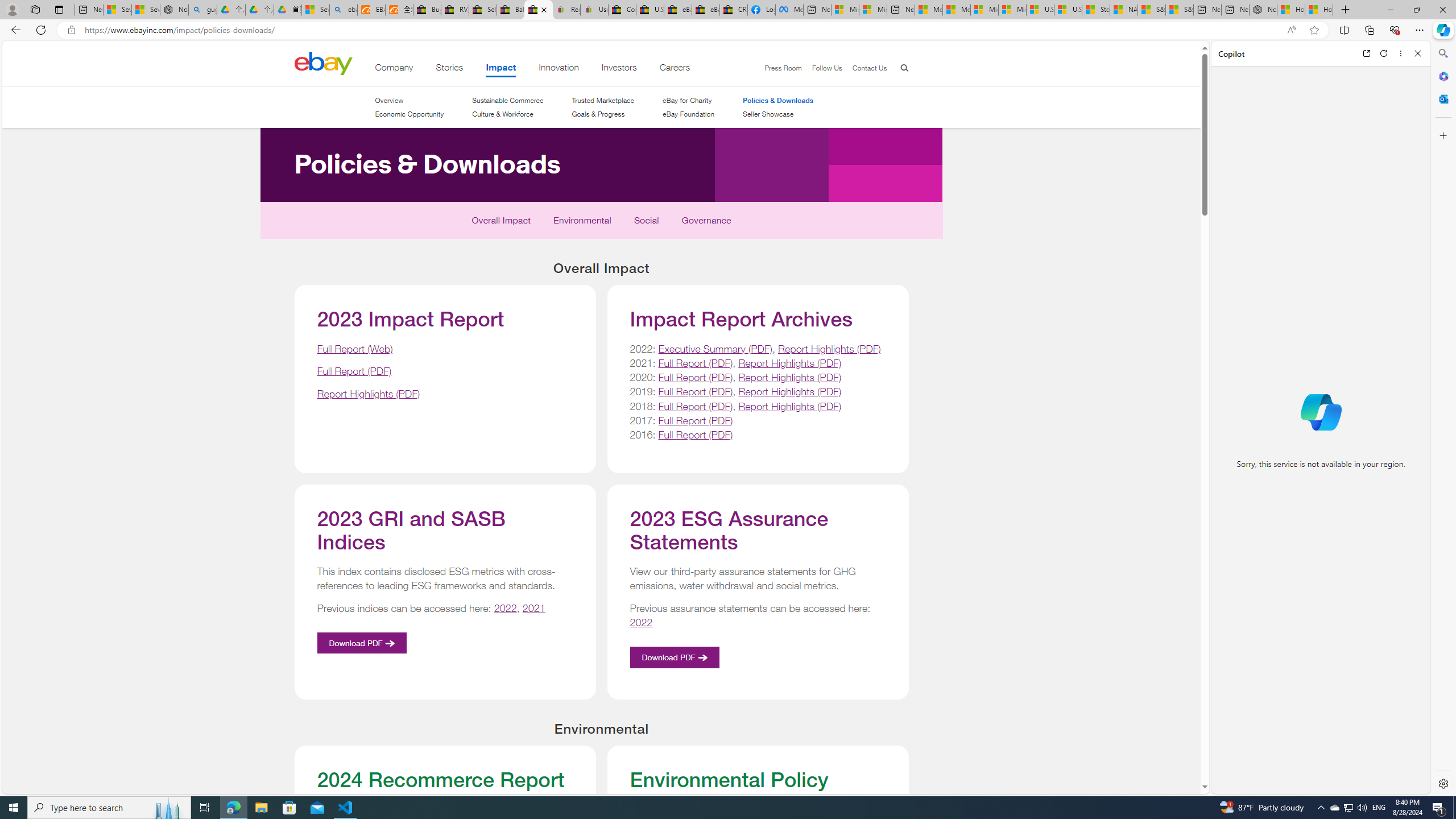  Describe the element at coordinates (507, 100) in the screenshot. I see `'Sustainable Commerce'` at that location.